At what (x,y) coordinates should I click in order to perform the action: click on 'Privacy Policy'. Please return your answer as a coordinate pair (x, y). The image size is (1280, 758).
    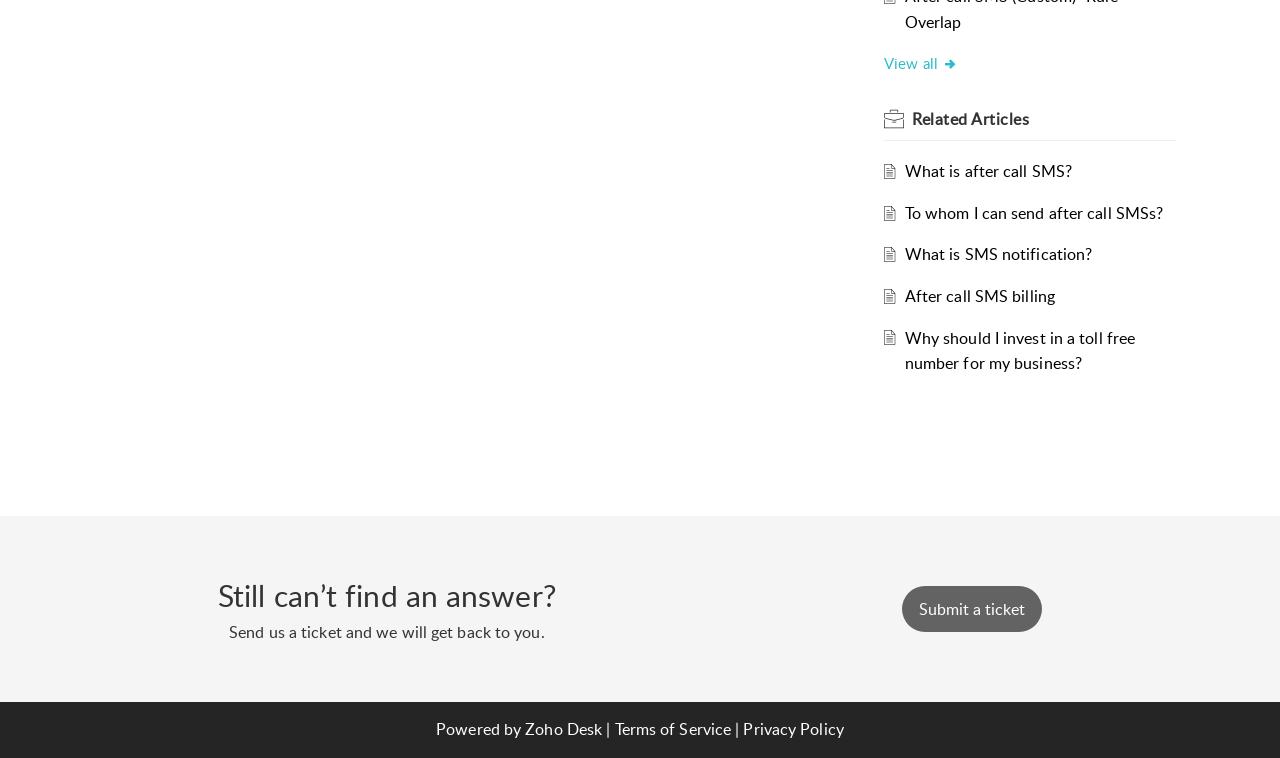
    Looking at the image, I should click on (791, 728).